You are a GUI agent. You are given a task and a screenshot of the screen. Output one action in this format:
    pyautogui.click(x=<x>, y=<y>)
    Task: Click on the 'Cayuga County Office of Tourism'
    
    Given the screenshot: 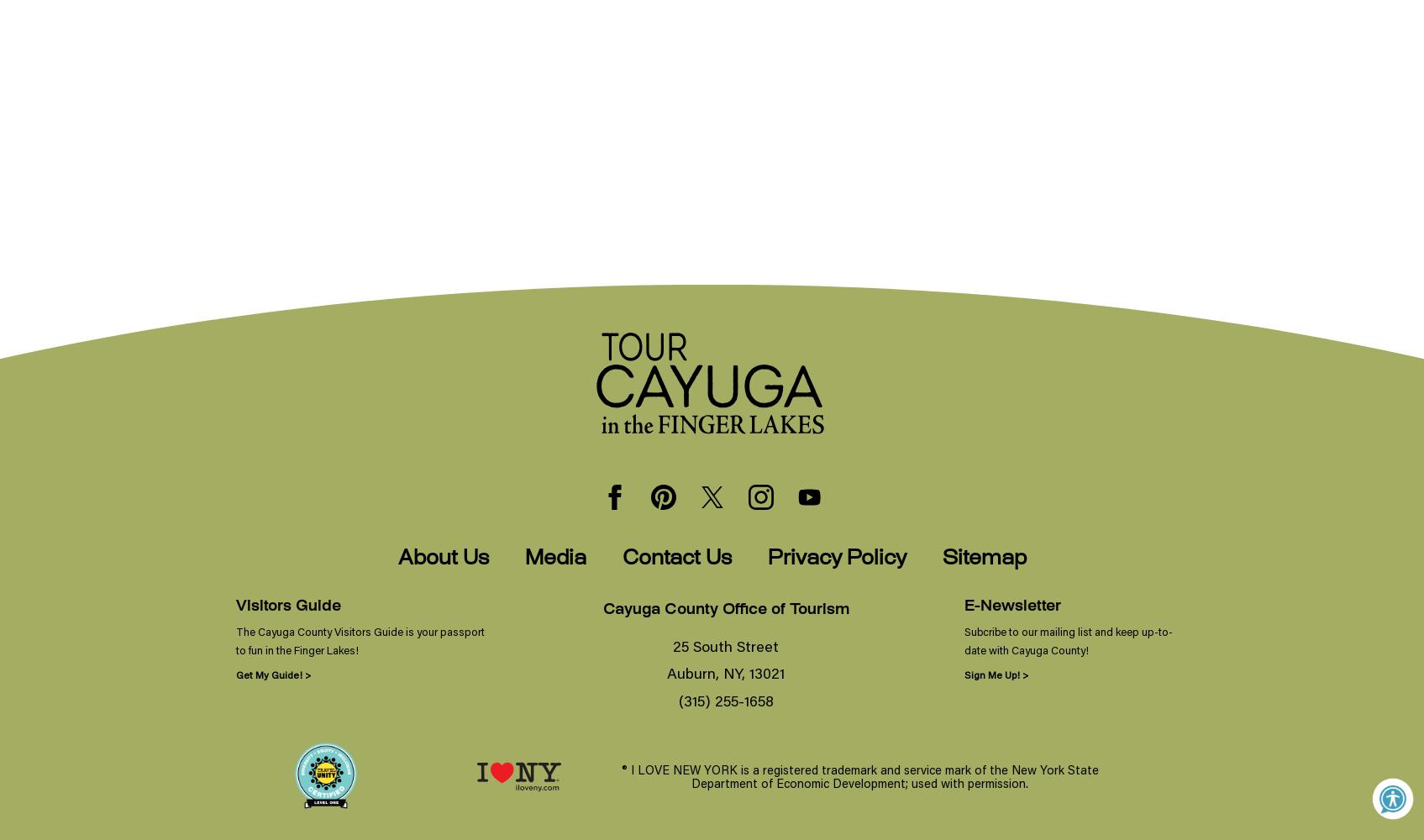 What is the action you would take?
    pyautogui.click(x=724, y=609)
    